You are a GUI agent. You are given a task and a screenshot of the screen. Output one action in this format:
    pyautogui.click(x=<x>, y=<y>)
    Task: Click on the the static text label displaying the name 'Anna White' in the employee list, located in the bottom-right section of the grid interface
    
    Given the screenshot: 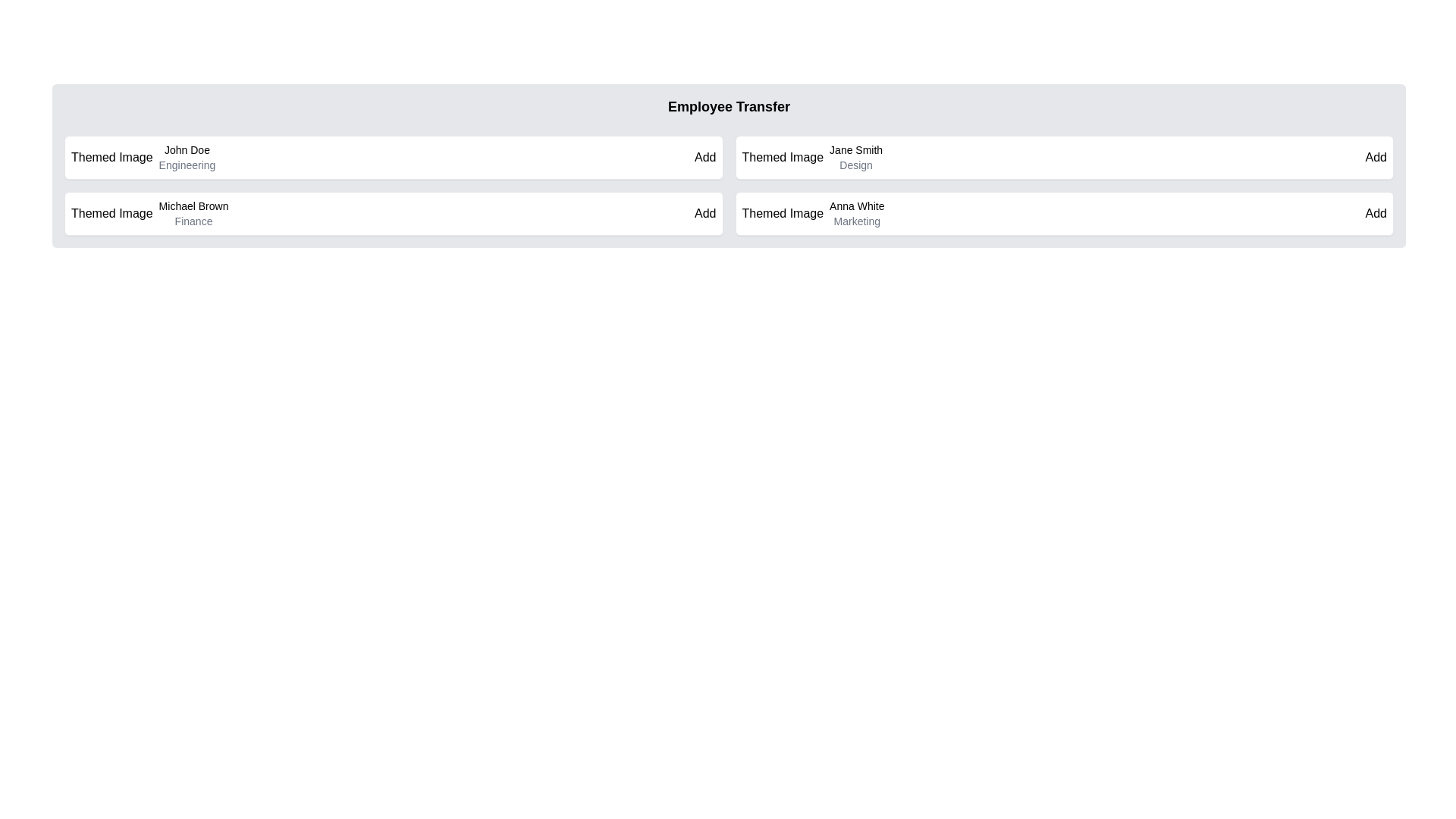 What is the action you would take?
    pyautogui.click(x=857, y=206)
    